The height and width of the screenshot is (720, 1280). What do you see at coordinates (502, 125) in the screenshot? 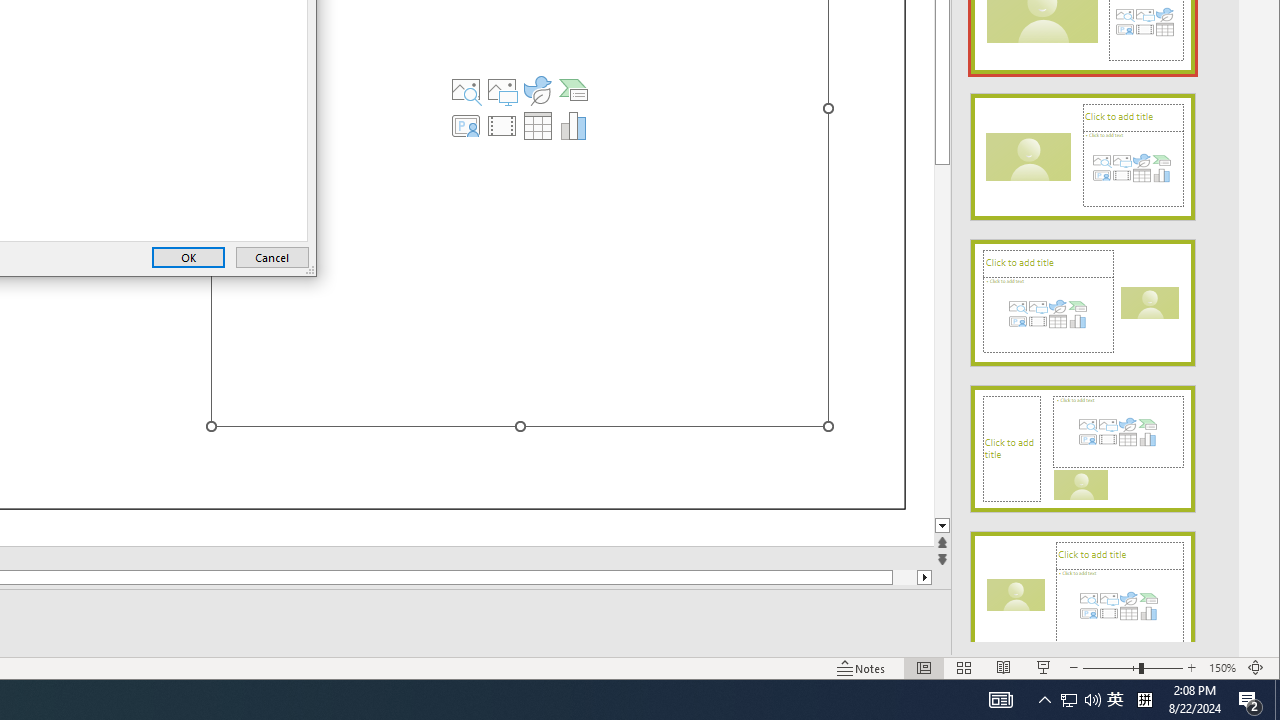
I see `'Insert Video'` at bounding box center [502, 125].